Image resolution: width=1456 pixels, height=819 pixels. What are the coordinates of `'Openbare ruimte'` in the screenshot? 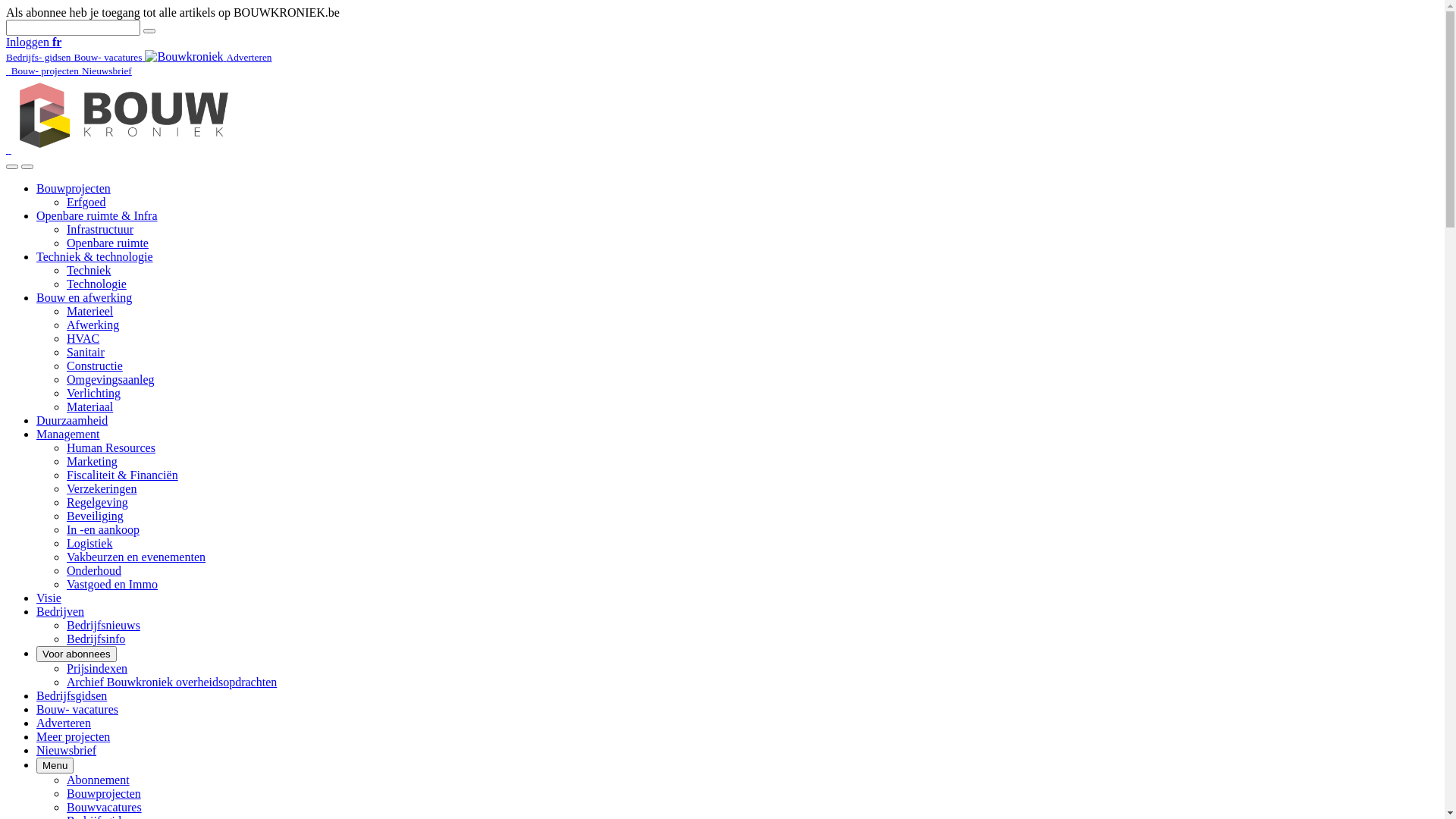 It's located at (107, 242).